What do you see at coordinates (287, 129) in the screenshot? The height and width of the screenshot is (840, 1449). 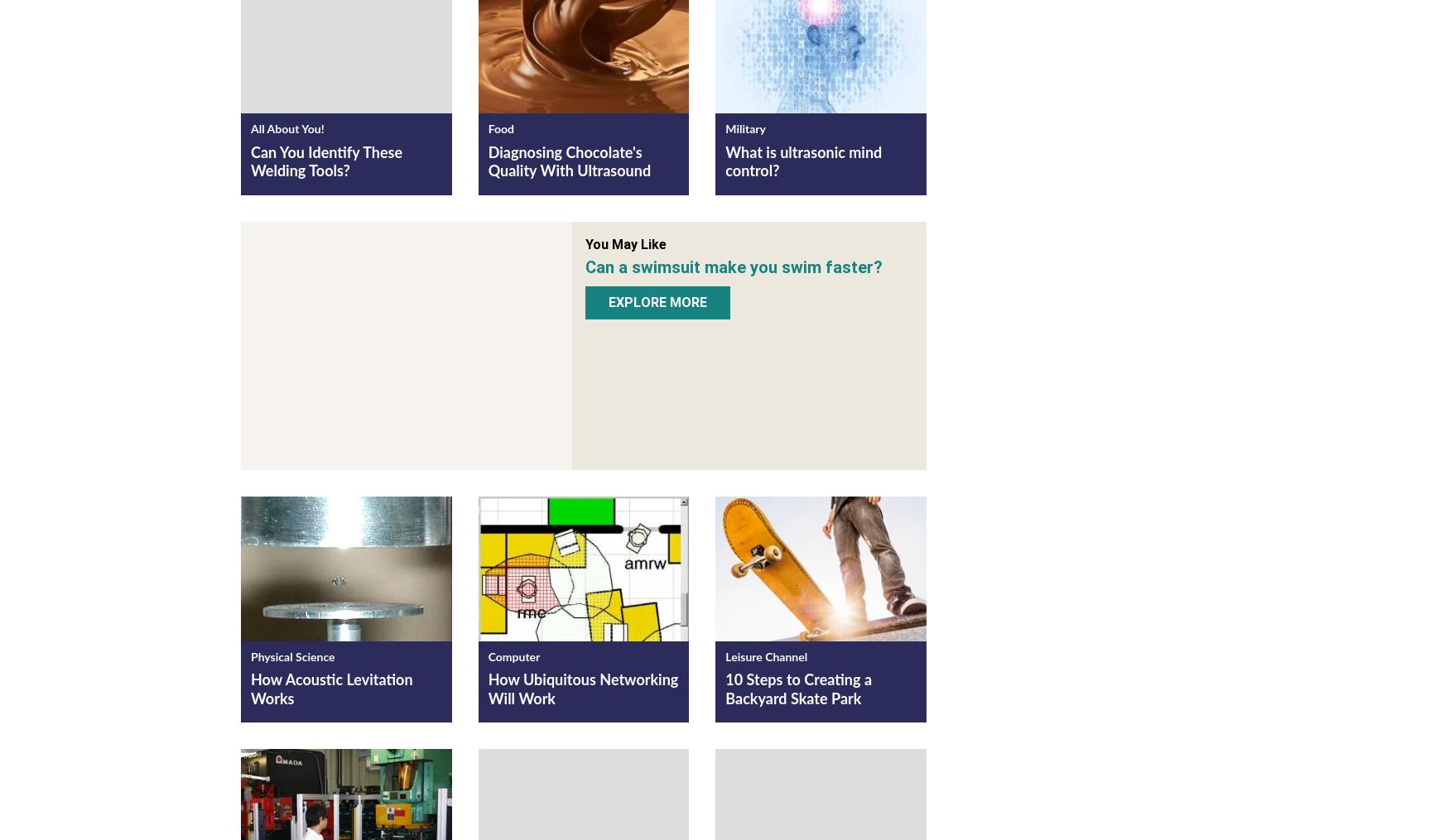 I see `'All About You!'` at bounding box center [287, 129].